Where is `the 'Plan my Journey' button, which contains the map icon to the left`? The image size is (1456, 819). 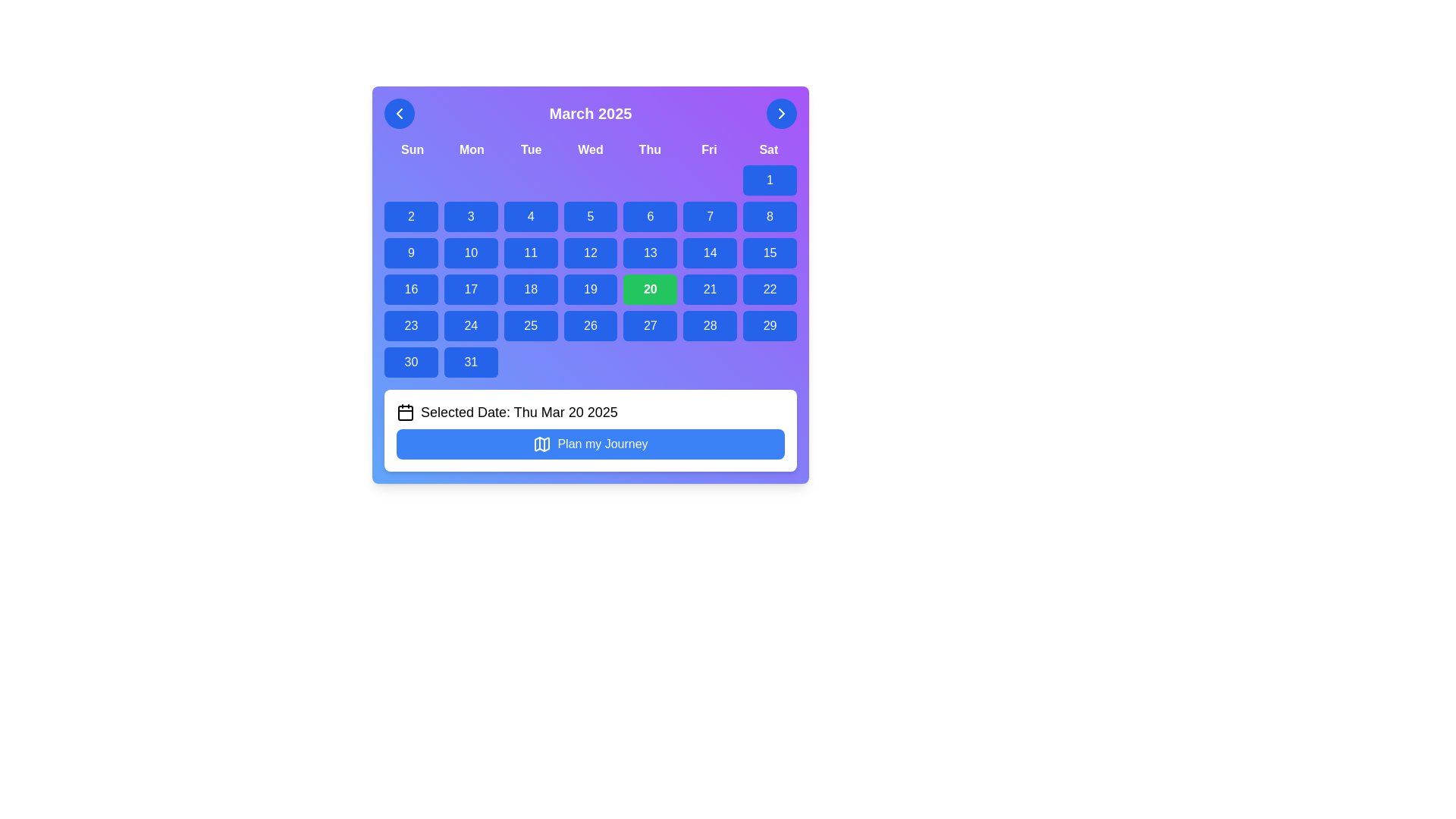 the 'Plan my Journey' button, which contains the map icon to the left is located at coordinates (542, 444).